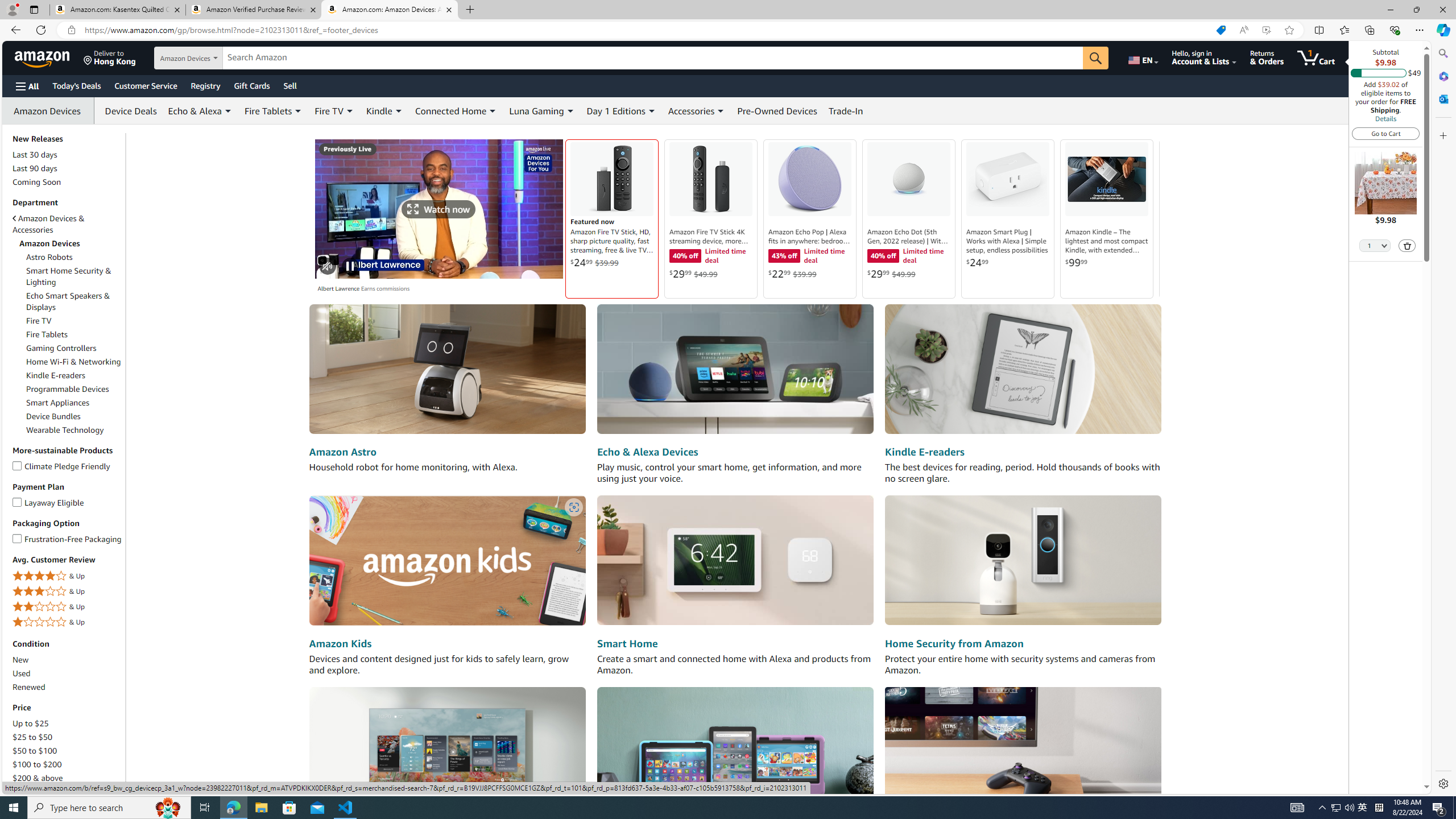 This screenshot has width=1456, height=819. Describe the element at coordinates (67, 537) in the screenshot. I see `'Frustration-Free Packaging Frustration-Free Packaging'` at that location.